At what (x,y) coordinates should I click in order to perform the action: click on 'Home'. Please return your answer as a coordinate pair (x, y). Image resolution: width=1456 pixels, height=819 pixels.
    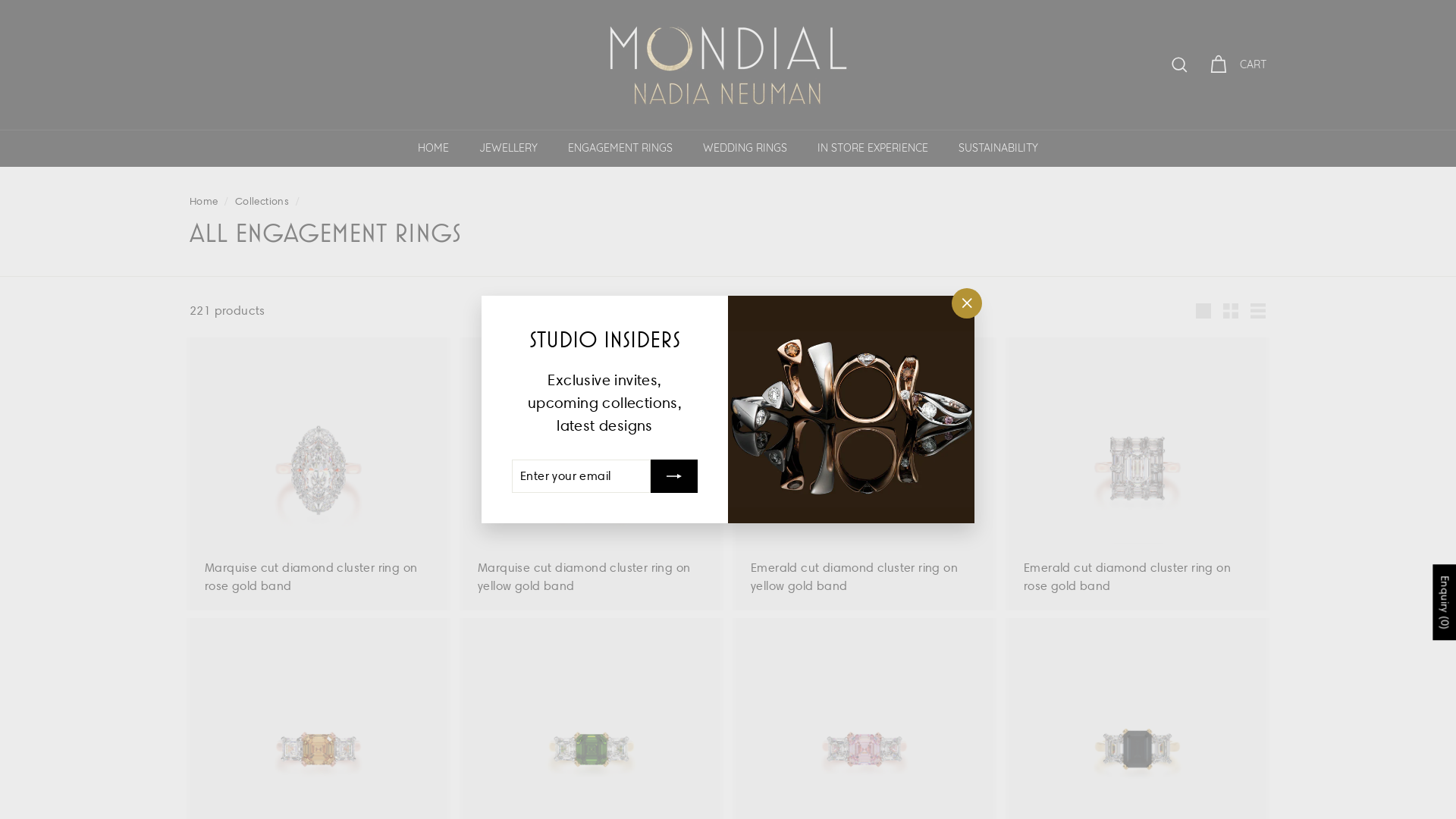
    Looking at the image, I should click on (202, 200).